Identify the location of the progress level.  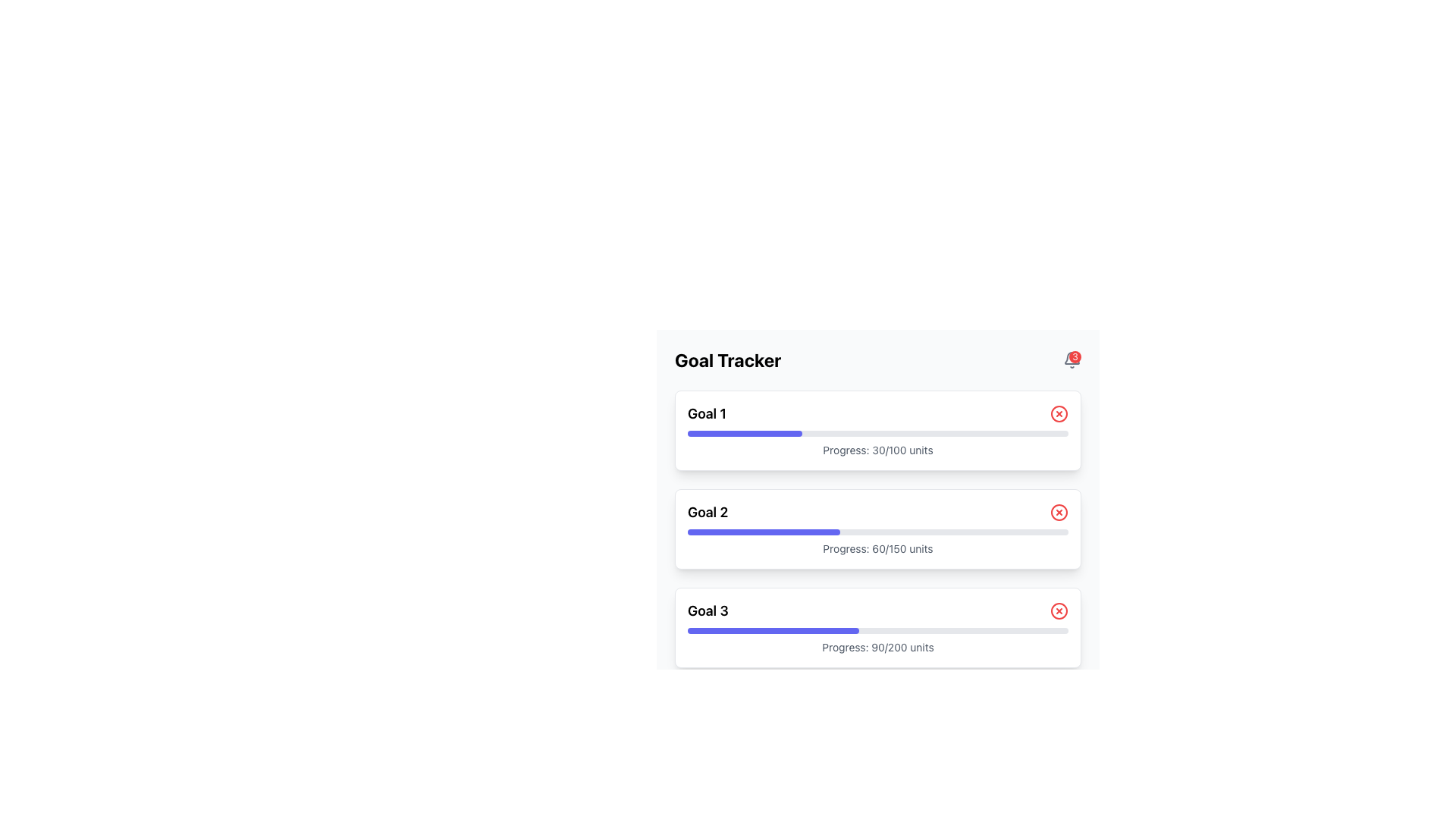
(704, 532).